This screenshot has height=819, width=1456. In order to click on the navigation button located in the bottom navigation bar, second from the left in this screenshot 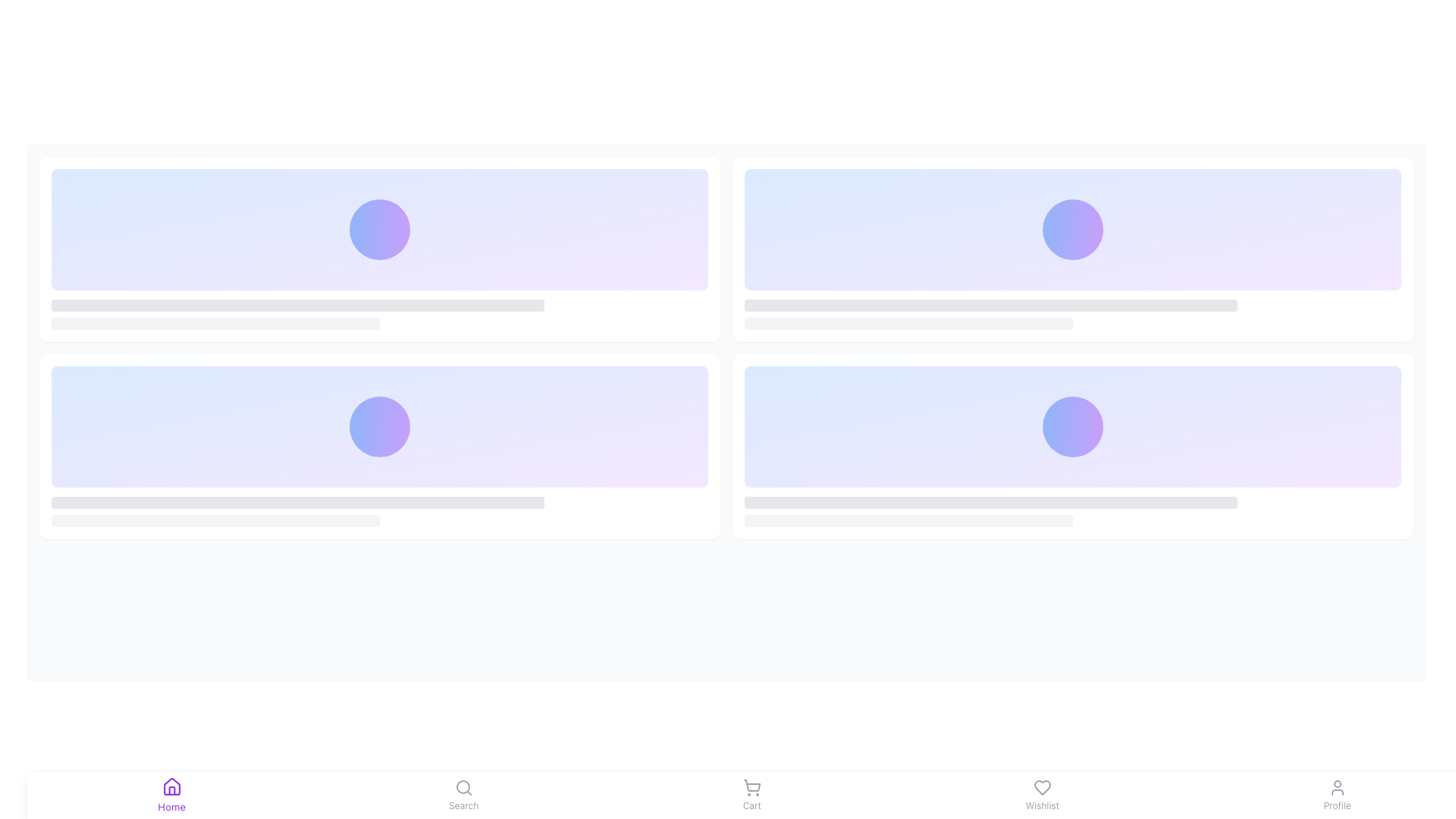, I will do `click(463, 794)`.